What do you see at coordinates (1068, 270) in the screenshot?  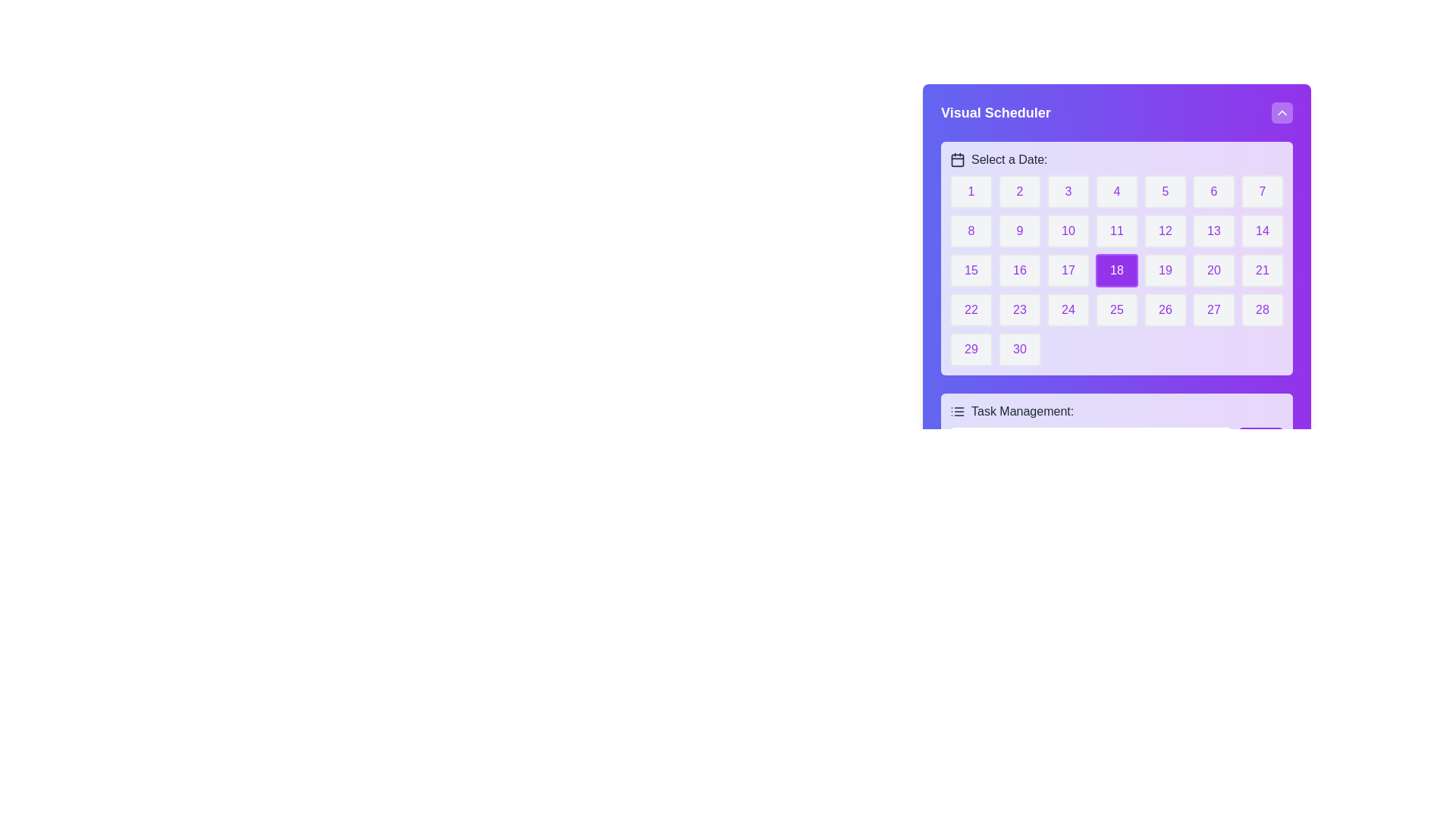 I see `the button labeled '17', which is a rectangular button with rounded corners, light gray background, and purple text, located` at bounding box center [1068, 270].